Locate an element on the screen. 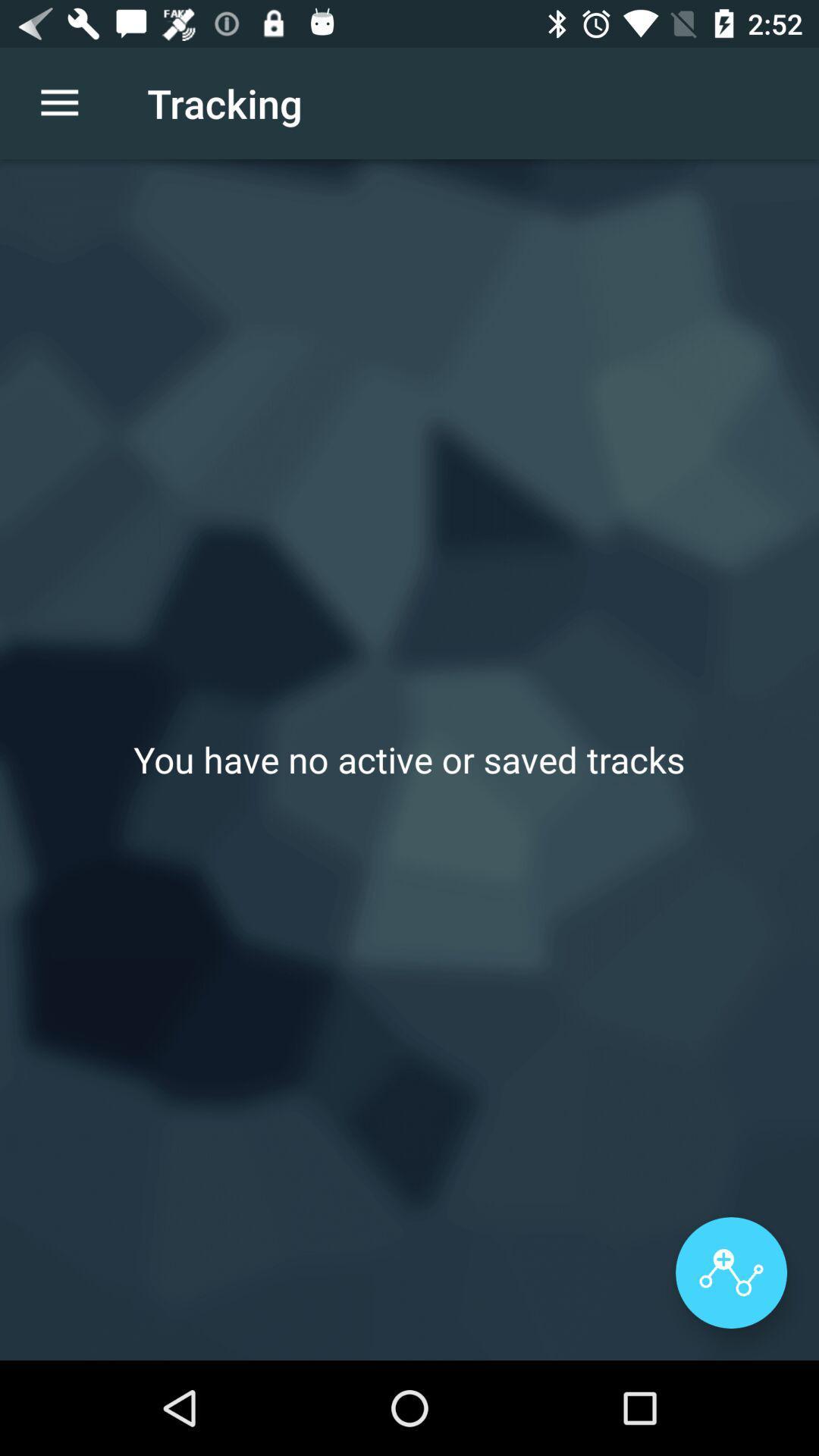 This screenshot has width=819, height=1456. item to the left of the tracking is located at coordinates (58, 102).